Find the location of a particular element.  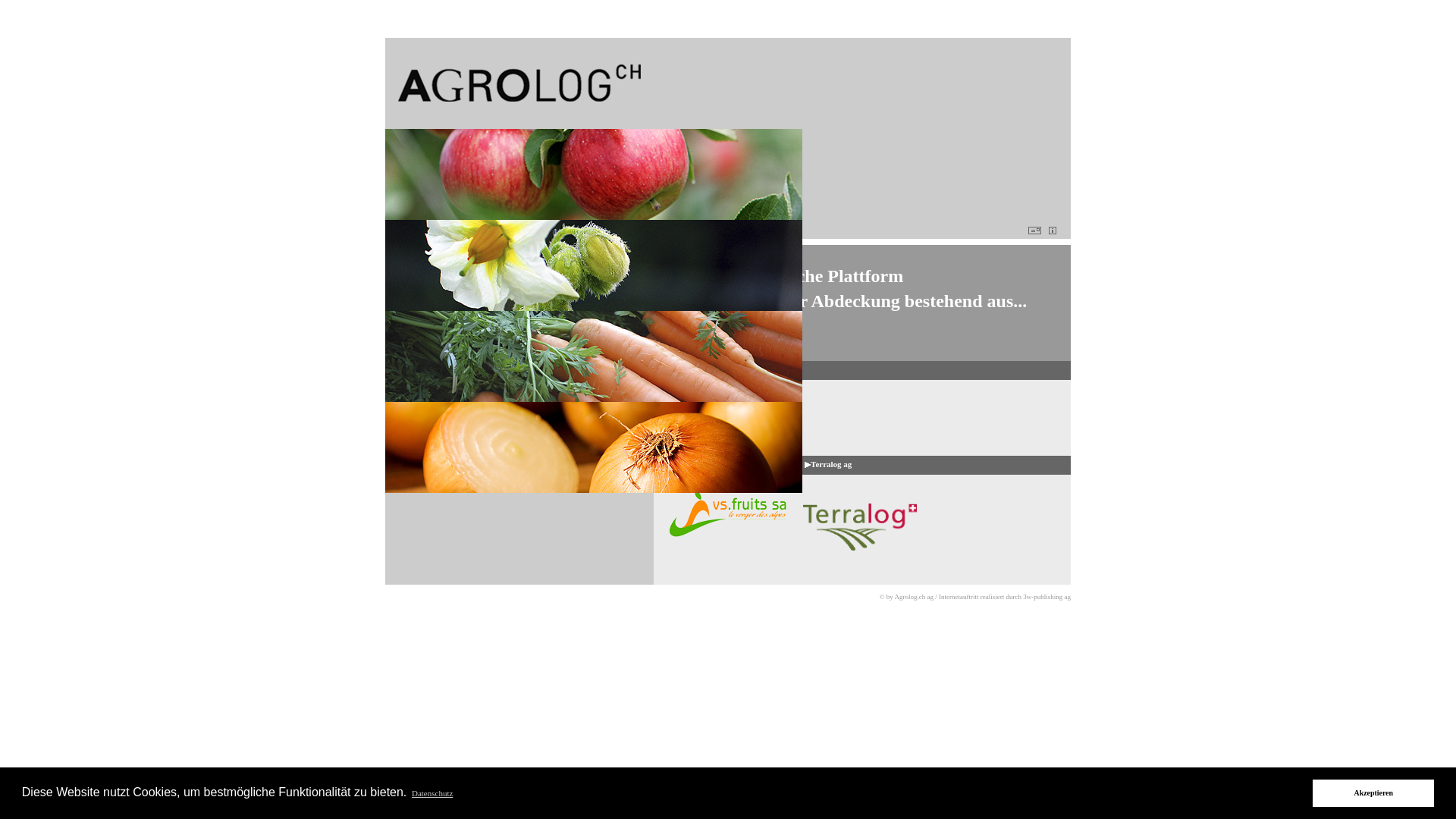

'3w-publishing ag' is located at coordinates (1046, 595).